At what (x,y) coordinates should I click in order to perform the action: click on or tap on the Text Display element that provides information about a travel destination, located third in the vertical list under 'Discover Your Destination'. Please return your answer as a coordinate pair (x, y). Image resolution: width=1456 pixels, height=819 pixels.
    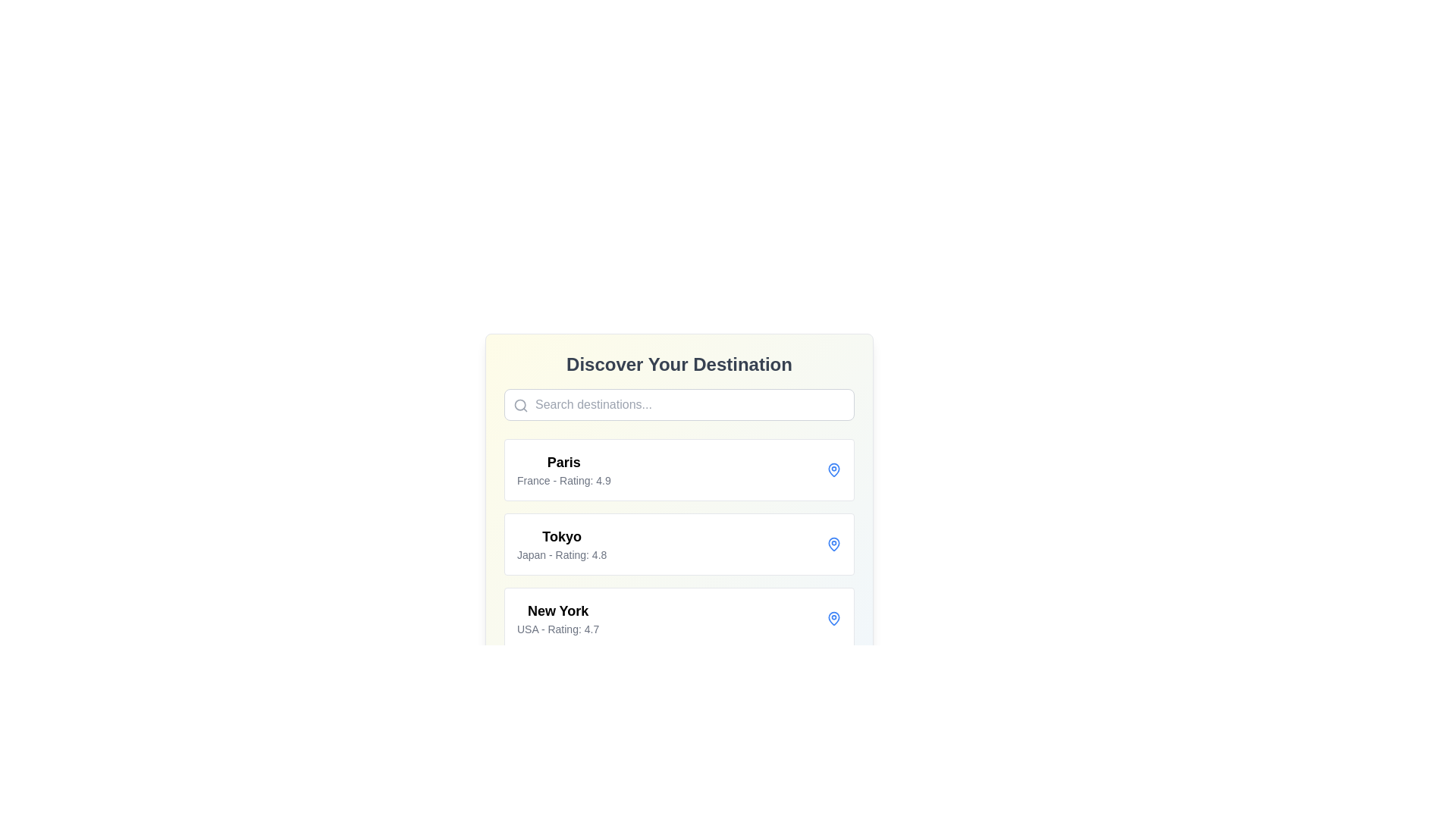
    Looking at the image, I should click on (557, 619).